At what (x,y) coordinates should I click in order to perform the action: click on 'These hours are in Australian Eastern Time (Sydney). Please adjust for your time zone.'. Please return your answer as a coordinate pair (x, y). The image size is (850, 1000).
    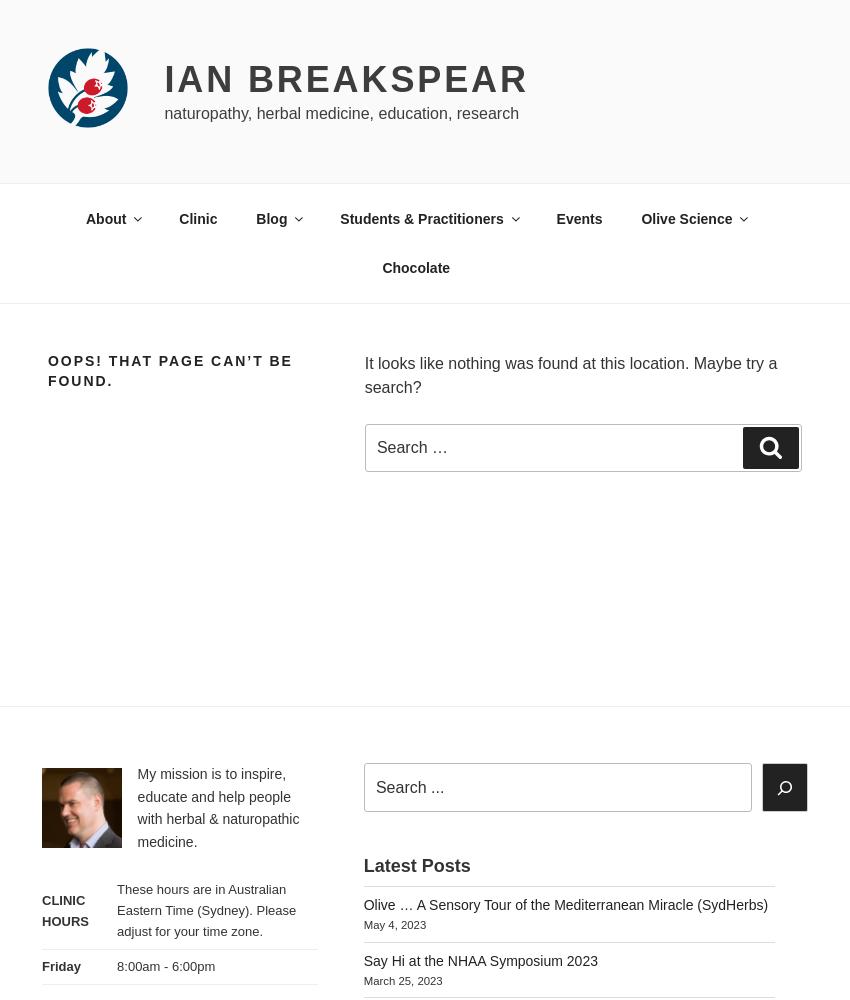
    Looking at the image, I should click on (205, 910).